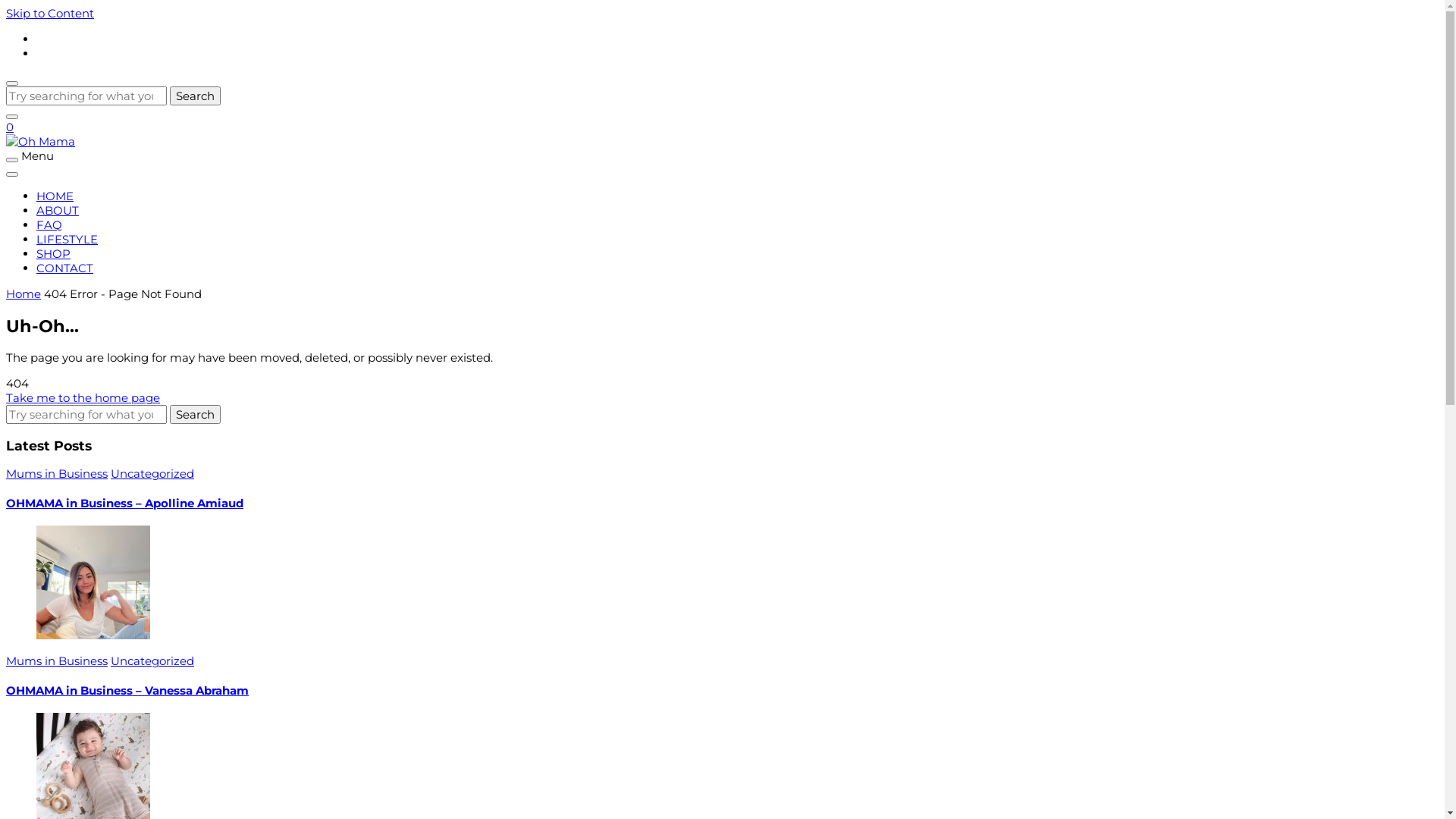 The image size is (1456, 819). I want to click on 'ABOUT', so click(58, 210).